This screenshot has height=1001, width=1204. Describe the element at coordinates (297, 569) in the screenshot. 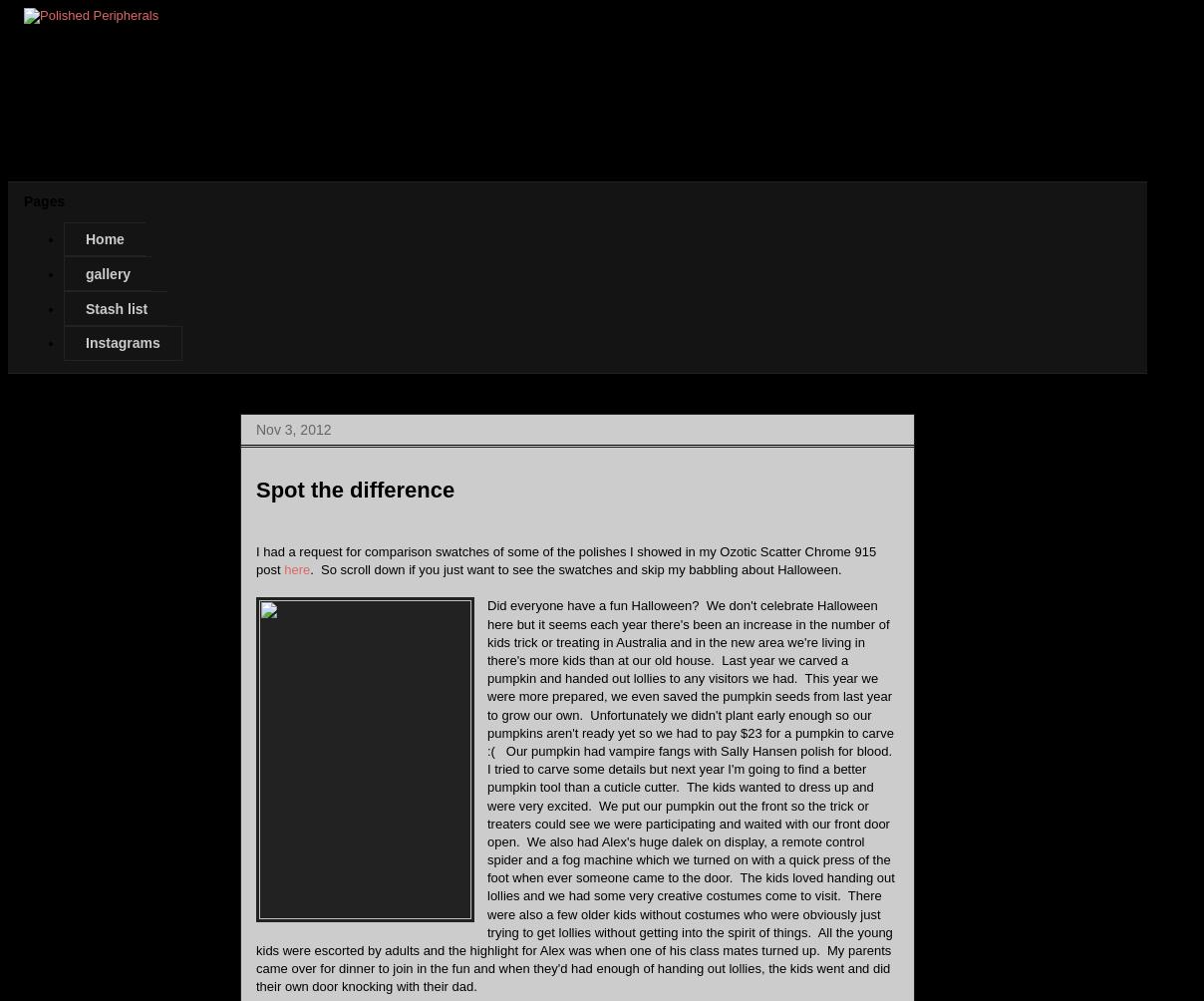

I see `'here'` at that location.